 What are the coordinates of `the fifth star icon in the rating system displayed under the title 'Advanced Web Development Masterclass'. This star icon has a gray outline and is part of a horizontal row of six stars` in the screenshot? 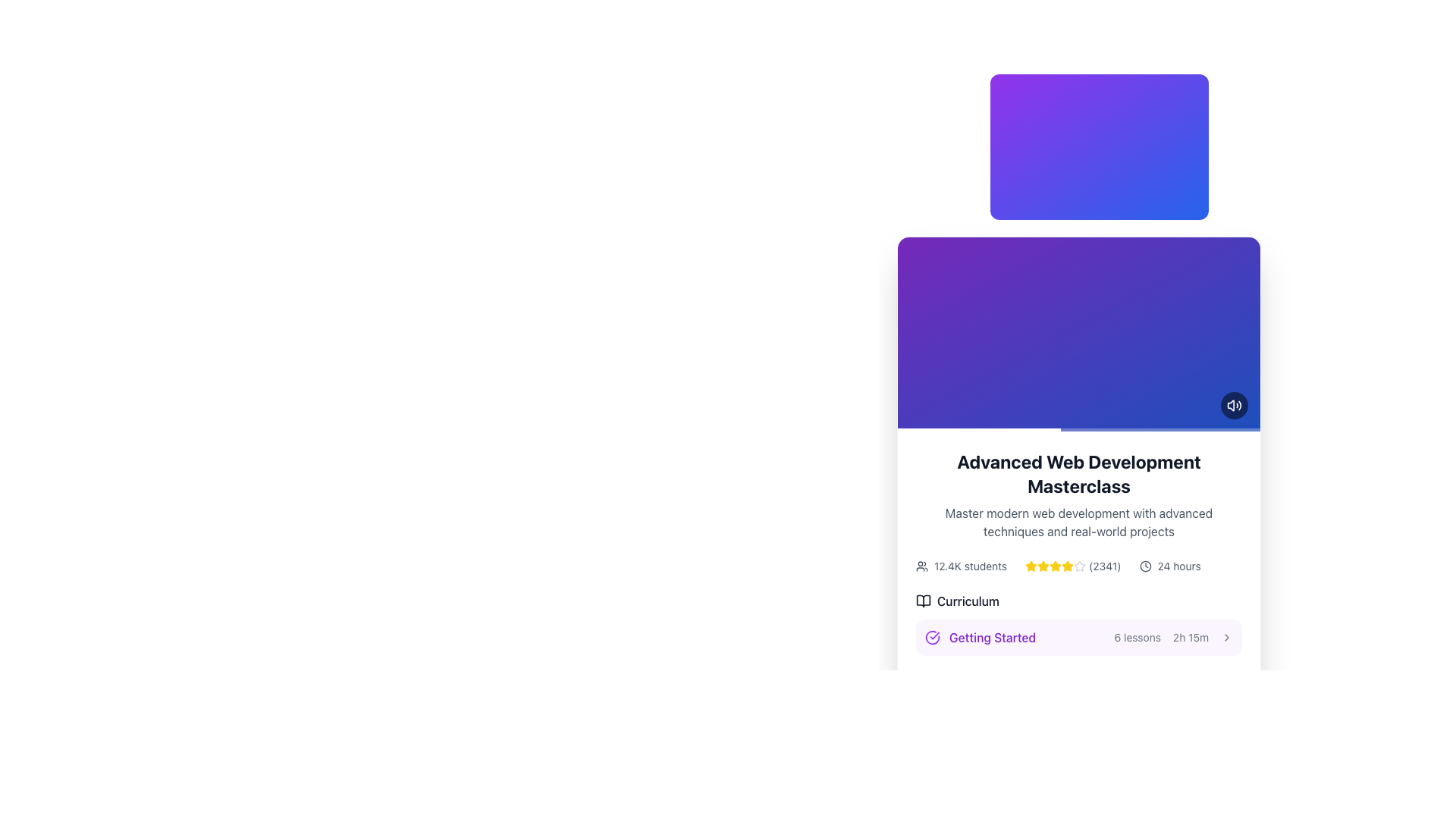 It's located at (1079, 566).